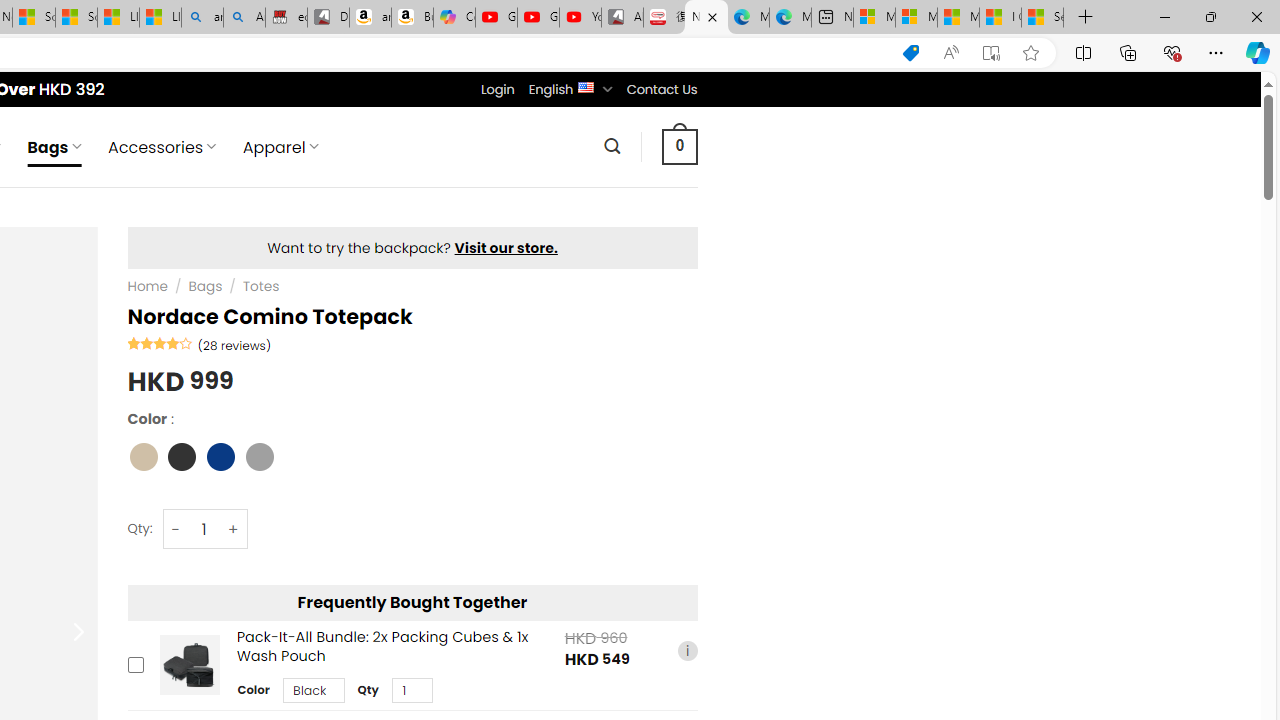 The height and width of the screenshot is (720, 1280). Describe the element at coordinates (176, 528) in the screenshot. I see `'-'` at that location.